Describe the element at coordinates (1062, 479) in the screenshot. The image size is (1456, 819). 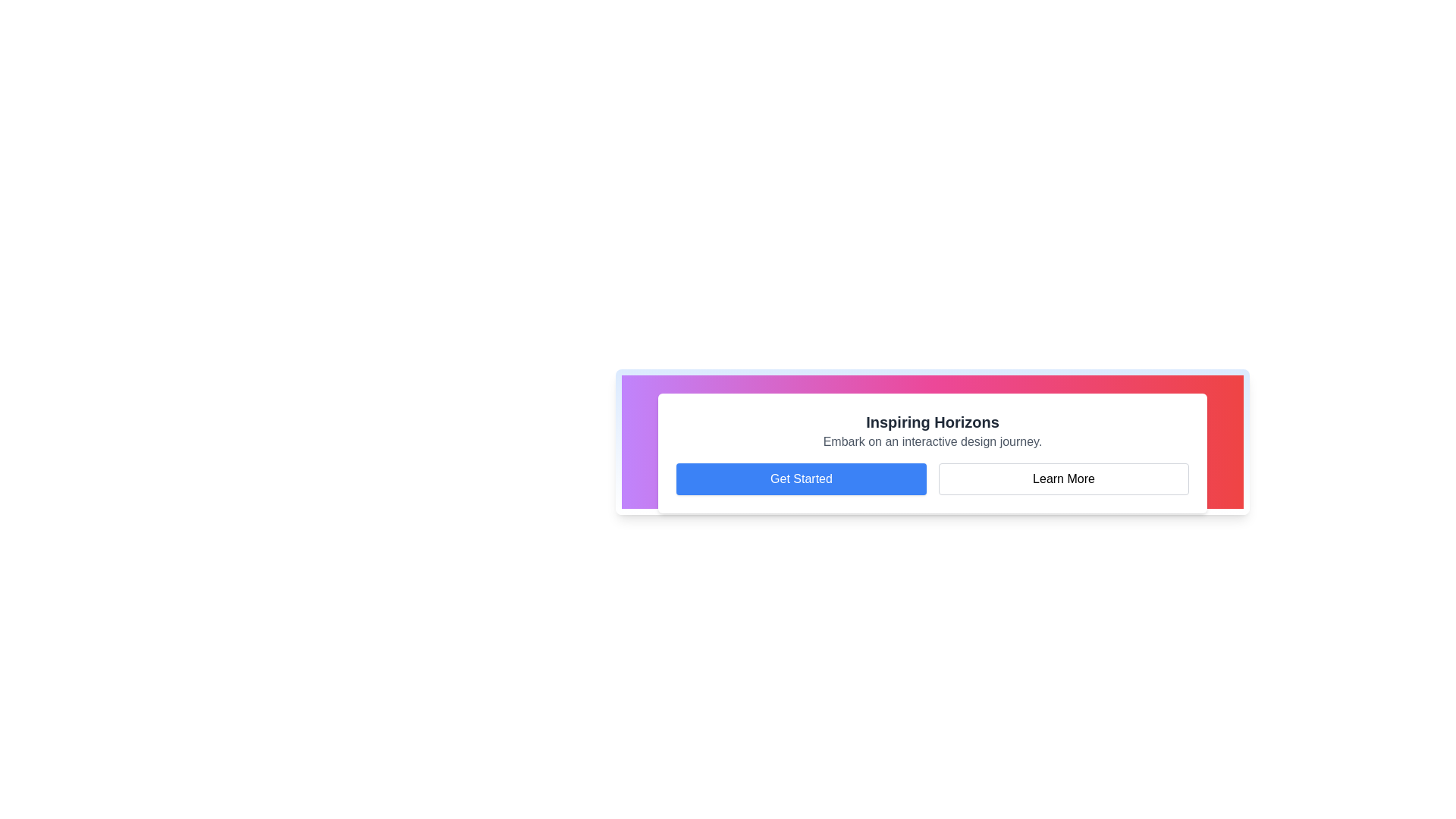
I see `the 'Learn More' button using keyboard navigation` at that location.